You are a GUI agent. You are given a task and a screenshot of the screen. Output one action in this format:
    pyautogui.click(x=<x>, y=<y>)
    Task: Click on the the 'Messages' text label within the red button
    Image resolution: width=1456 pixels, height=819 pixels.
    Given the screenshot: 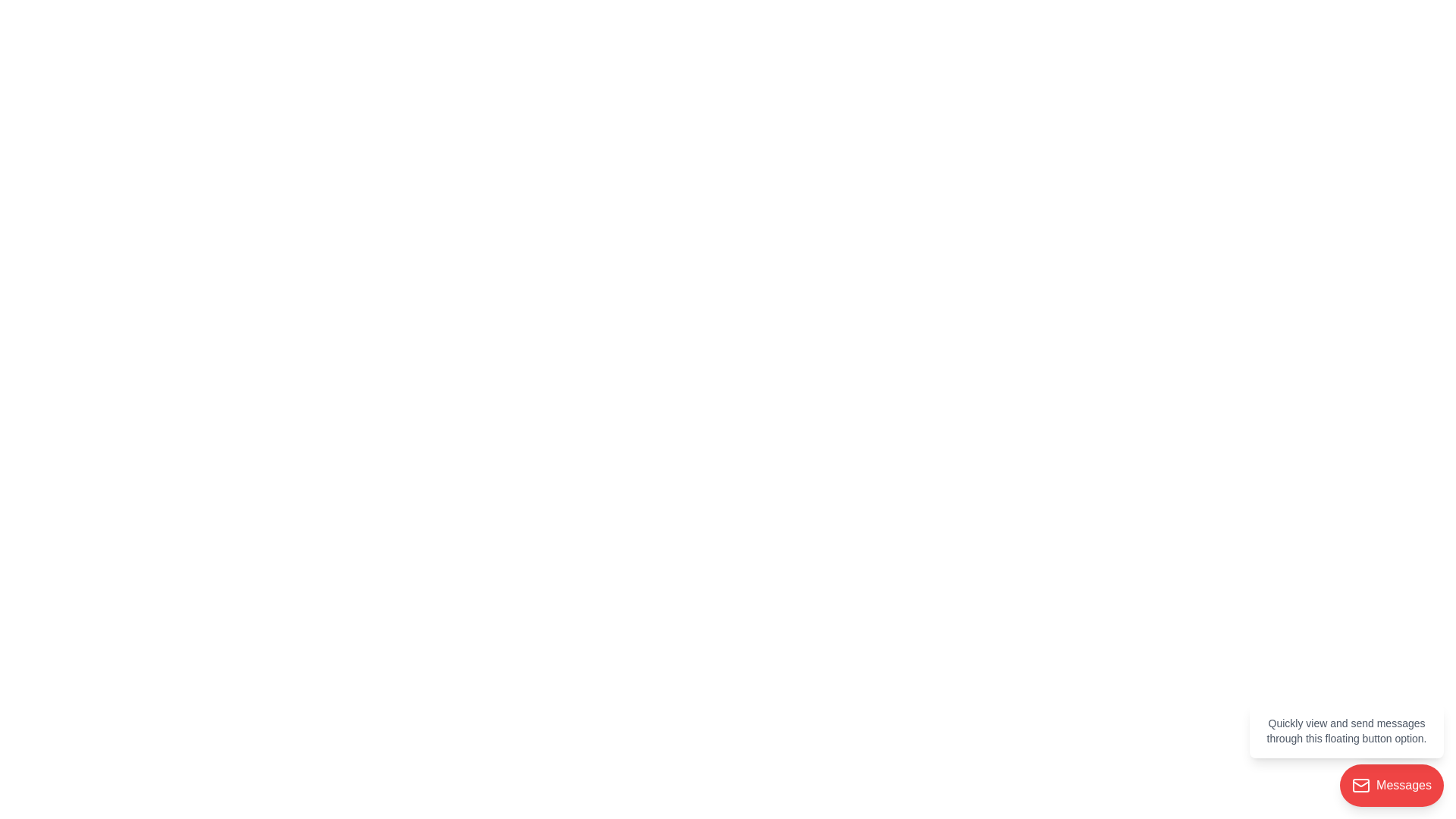 What is the action you would take?
    pyautogui.click(x=1403, y=785)
    